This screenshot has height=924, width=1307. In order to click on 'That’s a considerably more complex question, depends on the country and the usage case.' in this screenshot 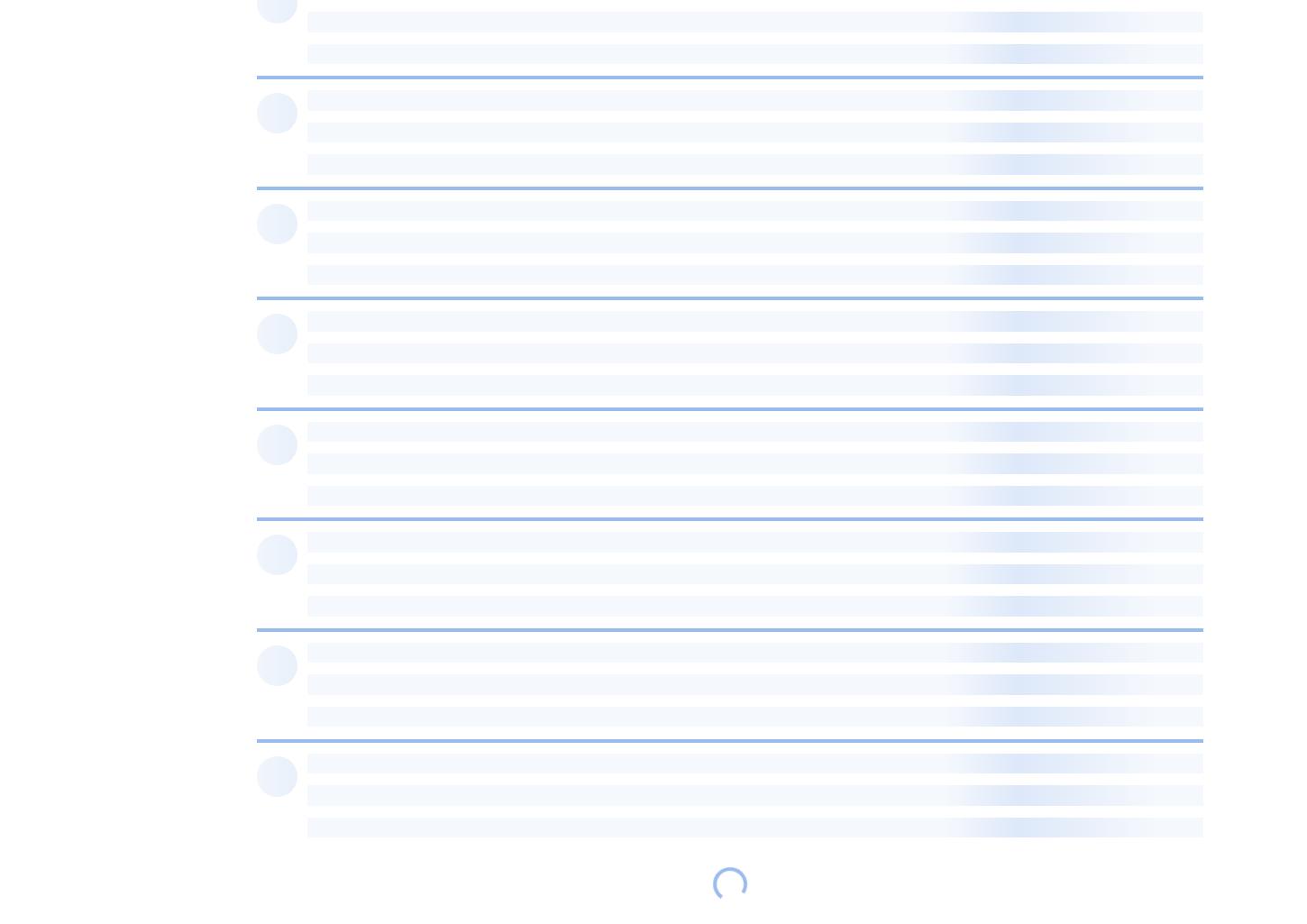, I will do `click(583, 745)`.